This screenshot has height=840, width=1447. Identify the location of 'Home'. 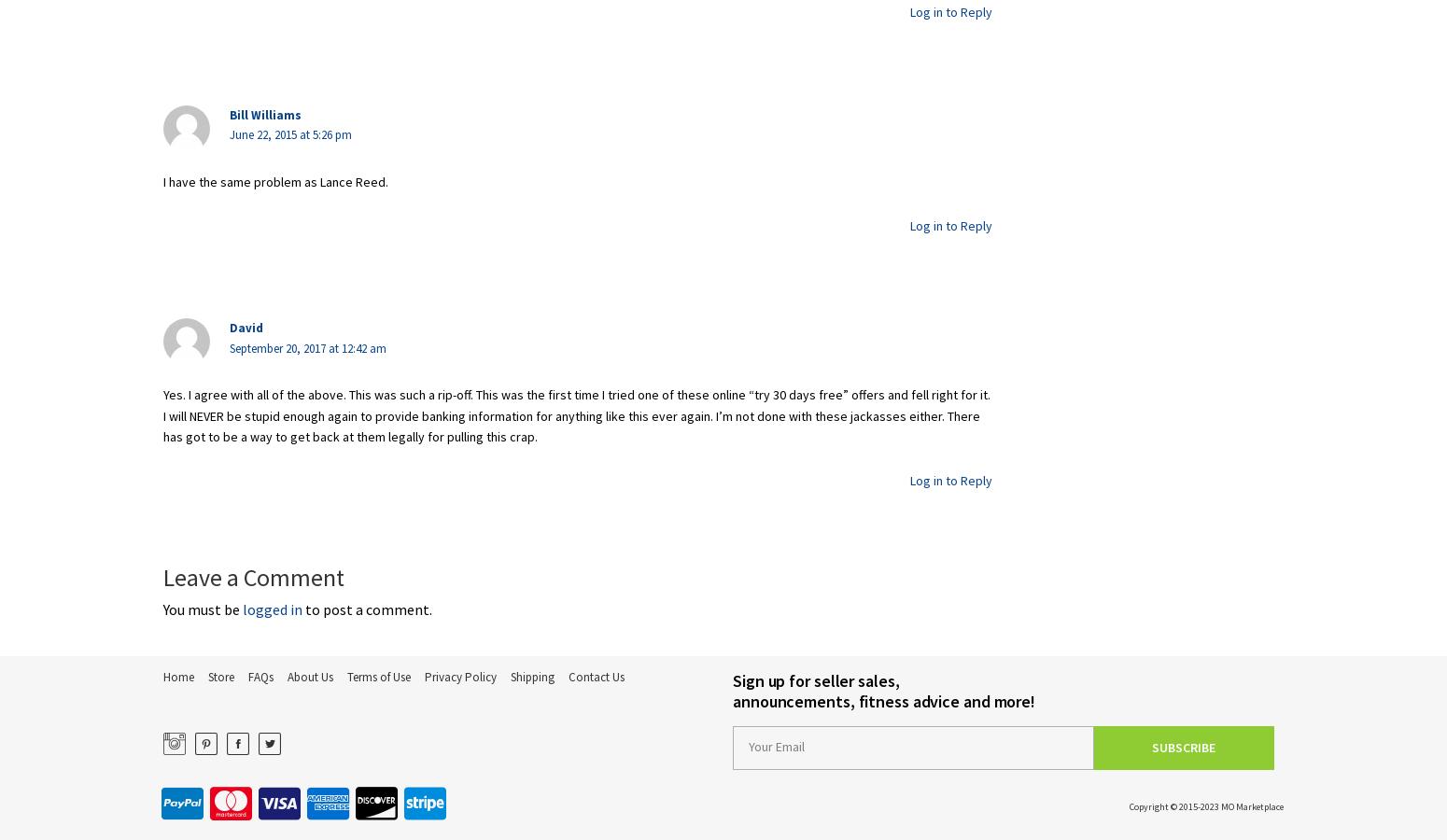
(177, 675).